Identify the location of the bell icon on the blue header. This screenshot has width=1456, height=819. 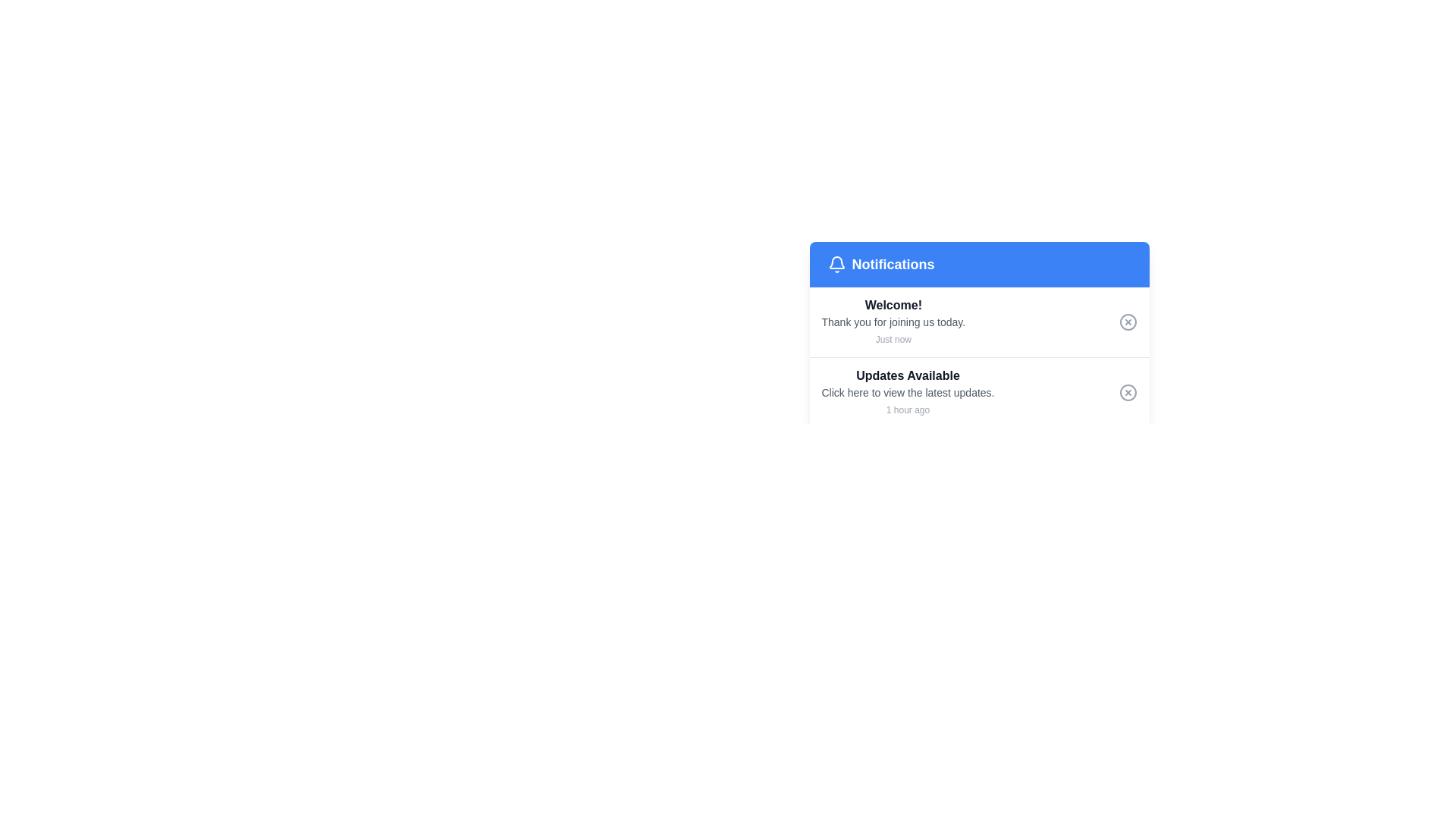
(836, 263).